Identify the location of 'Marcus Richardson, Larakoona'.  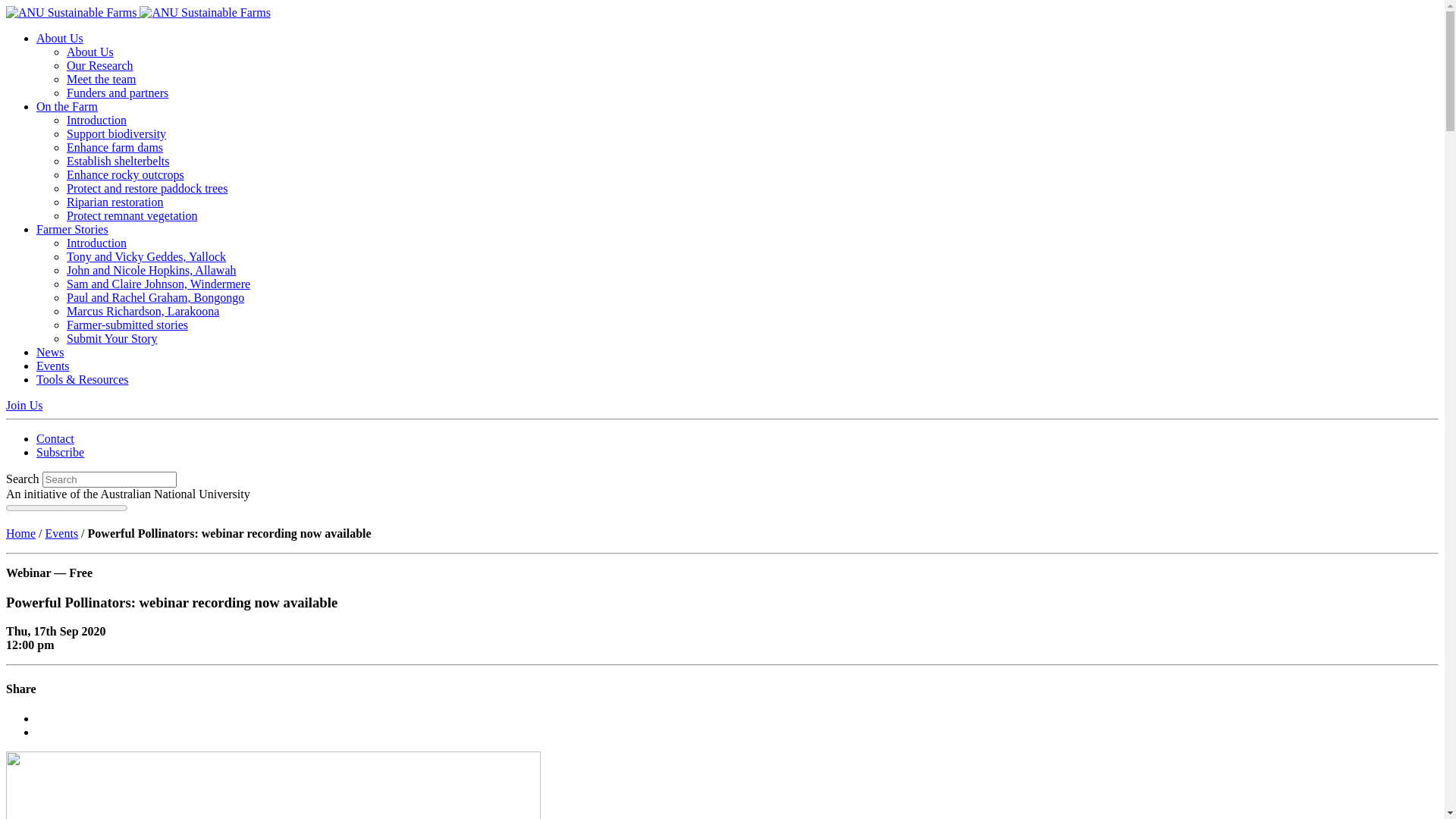
(143, 310).